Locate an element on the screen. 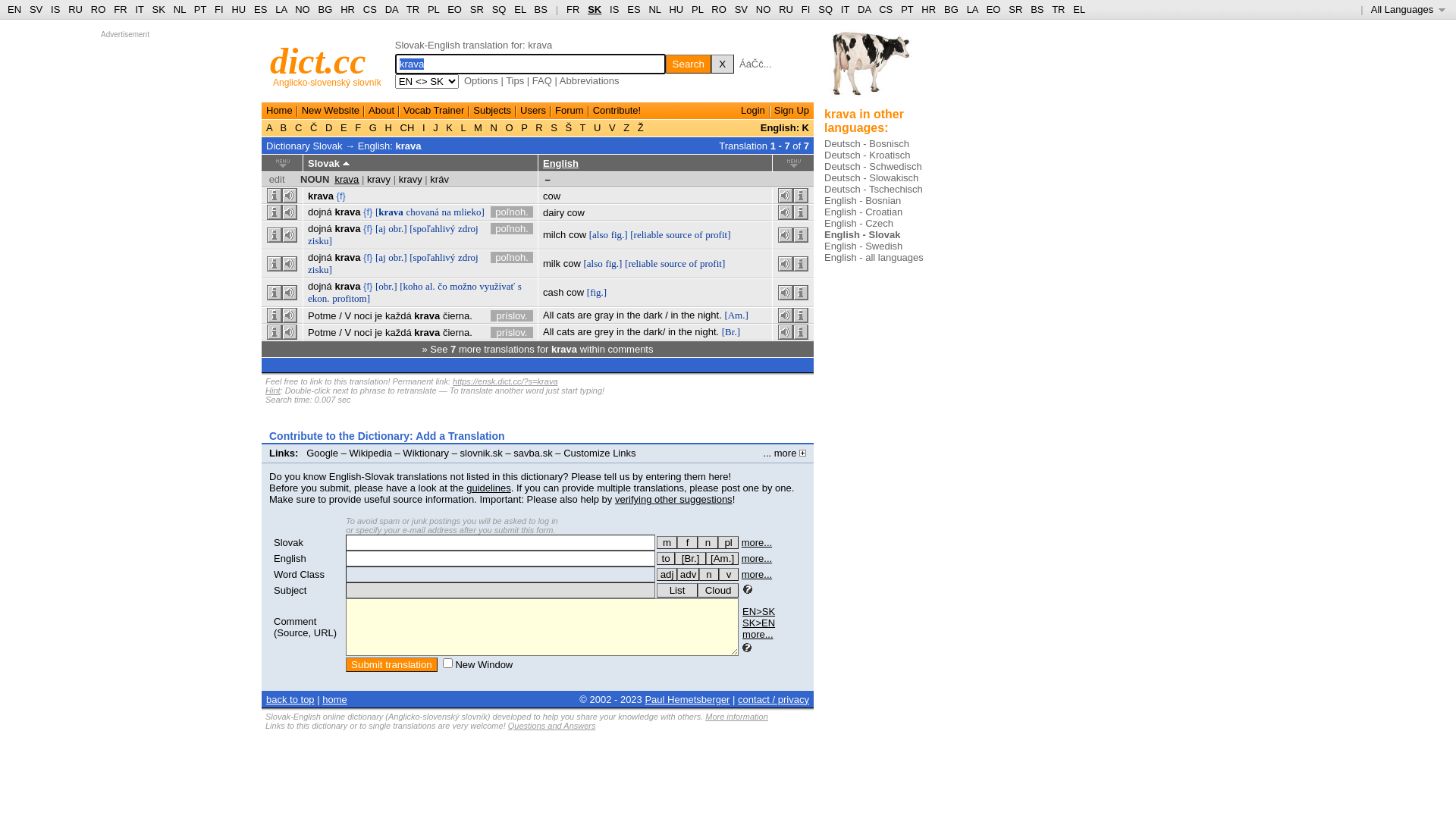 The width and height of the screenshot is (1456, 819). 'zdroj' is located at coordinates (467, 228).